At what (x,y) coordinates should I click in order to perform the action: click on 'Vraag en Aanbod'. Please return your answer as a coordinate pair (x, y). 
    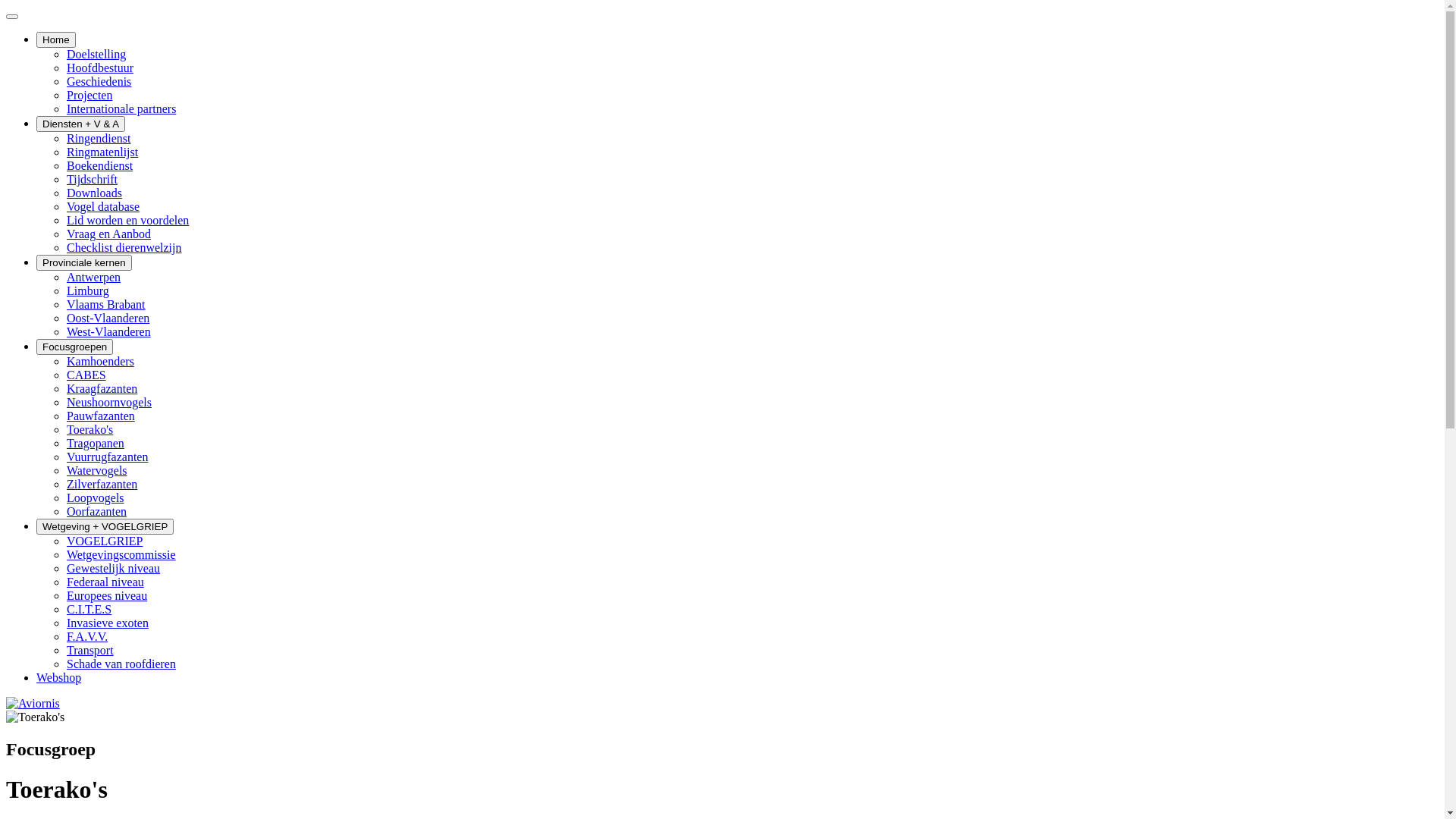
    Looking at the image, I should click on (108, 234).